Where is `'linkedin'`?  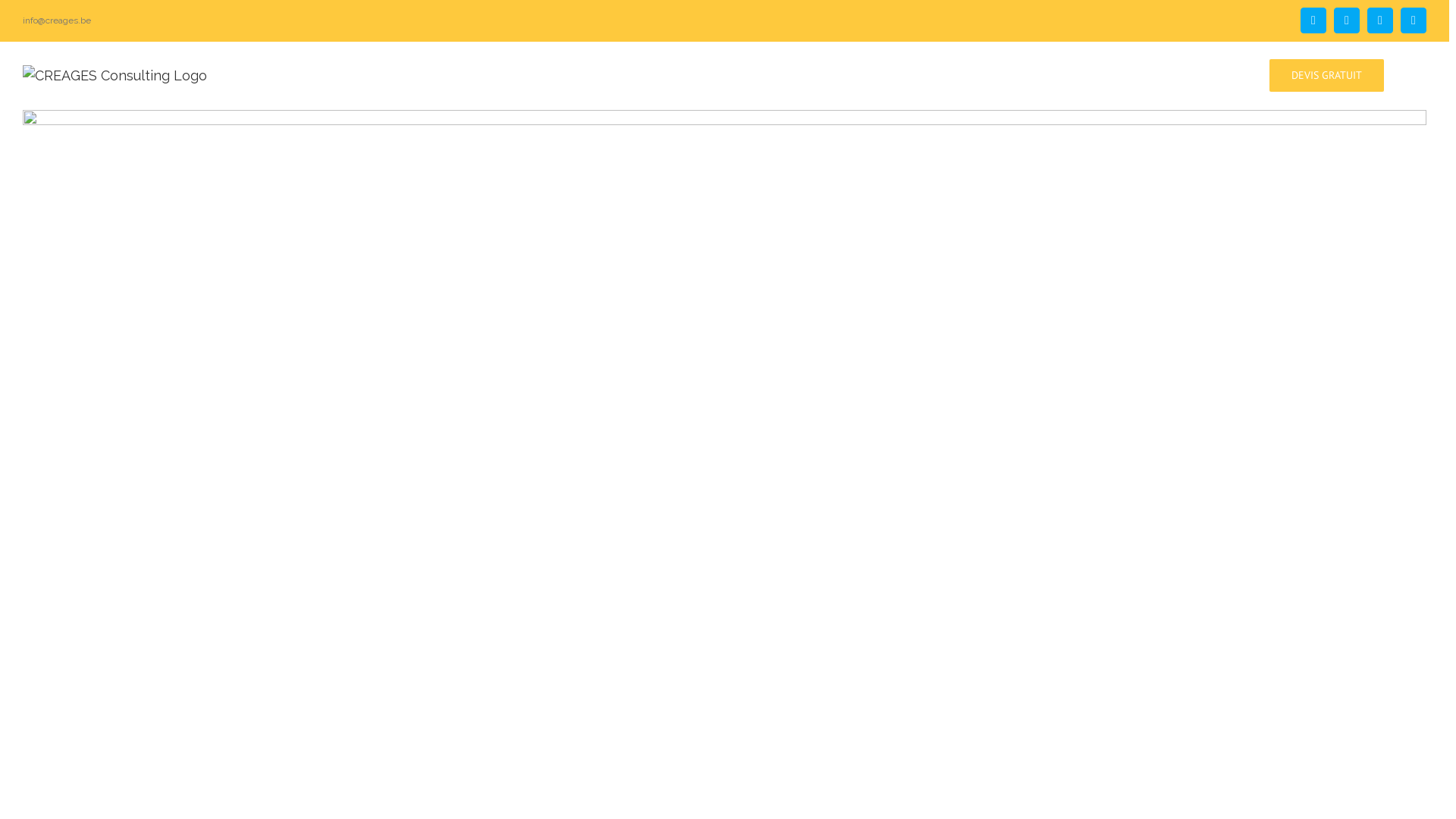 'linkedin' is located at coordinates (1412, 20).